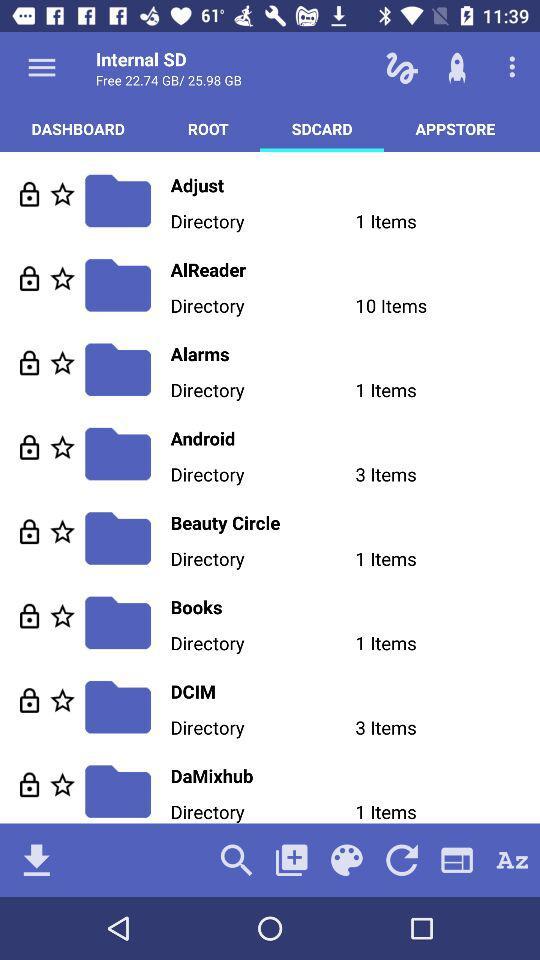  What do you see at coordinates (455, 127) in the screenshot?
I see `icon to the right of the sdcard` at bounding box center [455, 127].